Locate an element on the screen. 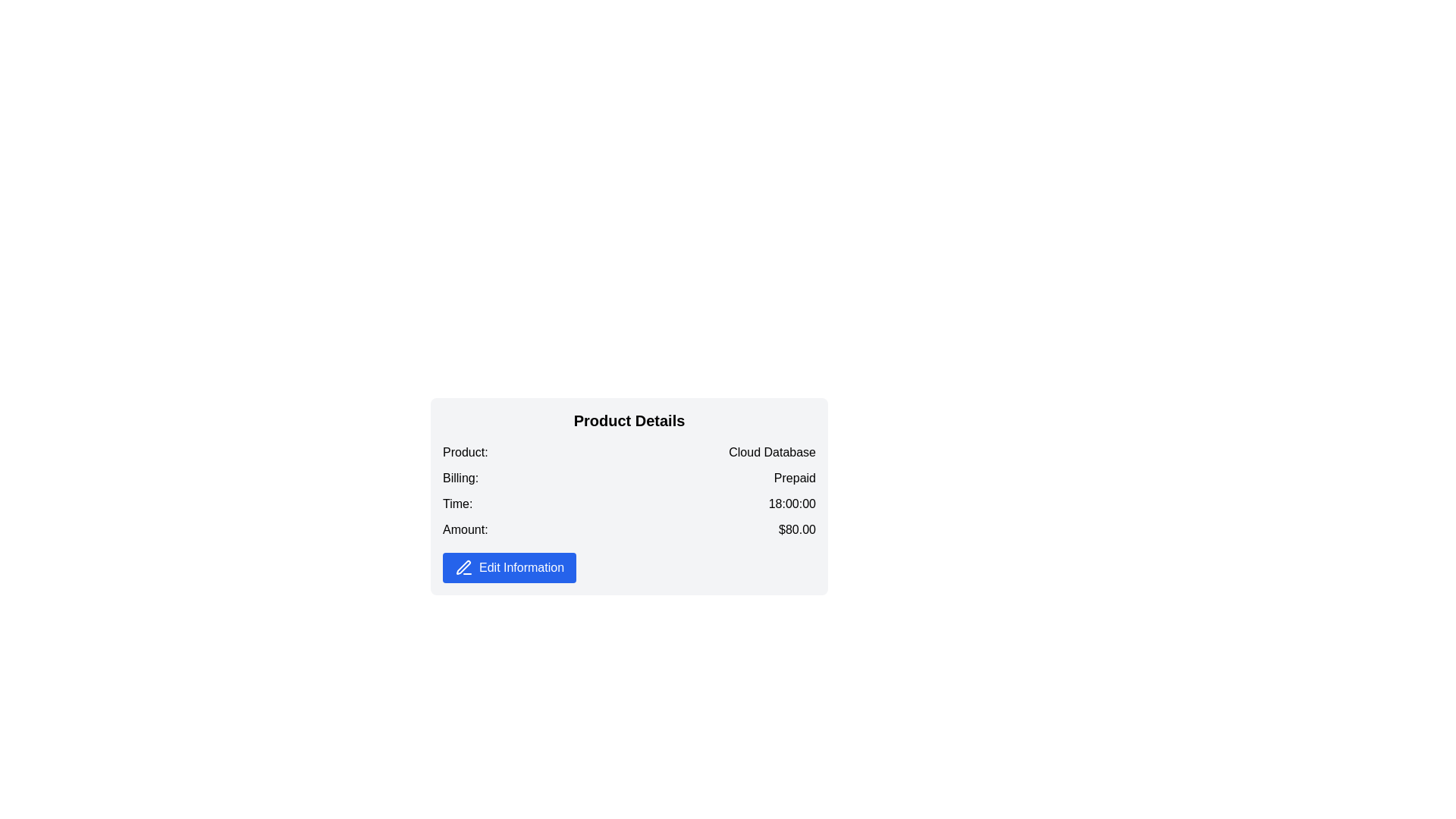 This screenshot has width=1456, height=819. the label text element that serves as a label for a monetary value in the financial summary, located left of the '$80.00' text element and below the 'Time:' detail line in the 'Product Details' section is located at coordinates (464, 529).